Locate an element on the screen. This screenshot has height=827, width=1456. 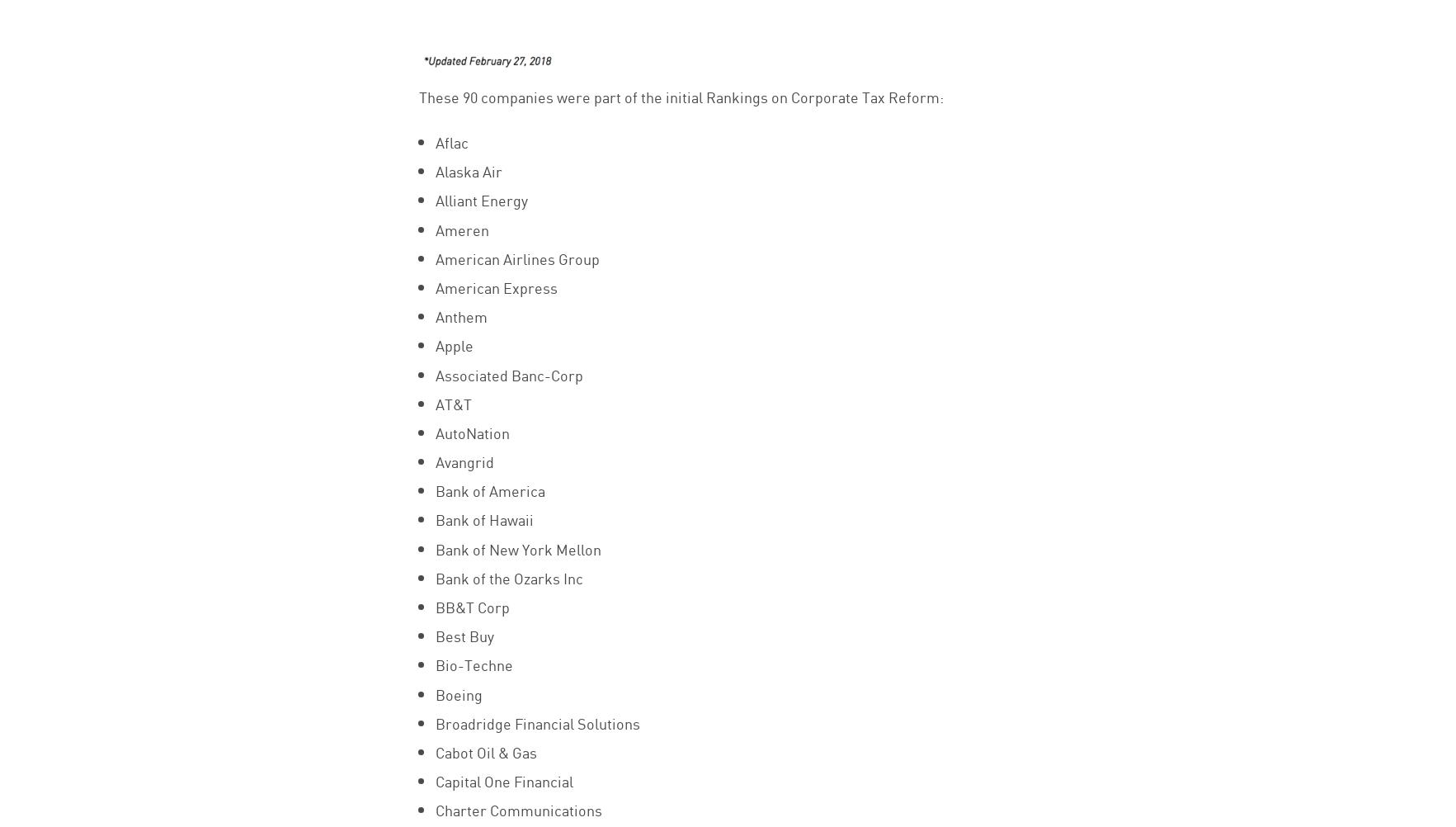
'Alliant Energy' is located at coordinates (479, 199).